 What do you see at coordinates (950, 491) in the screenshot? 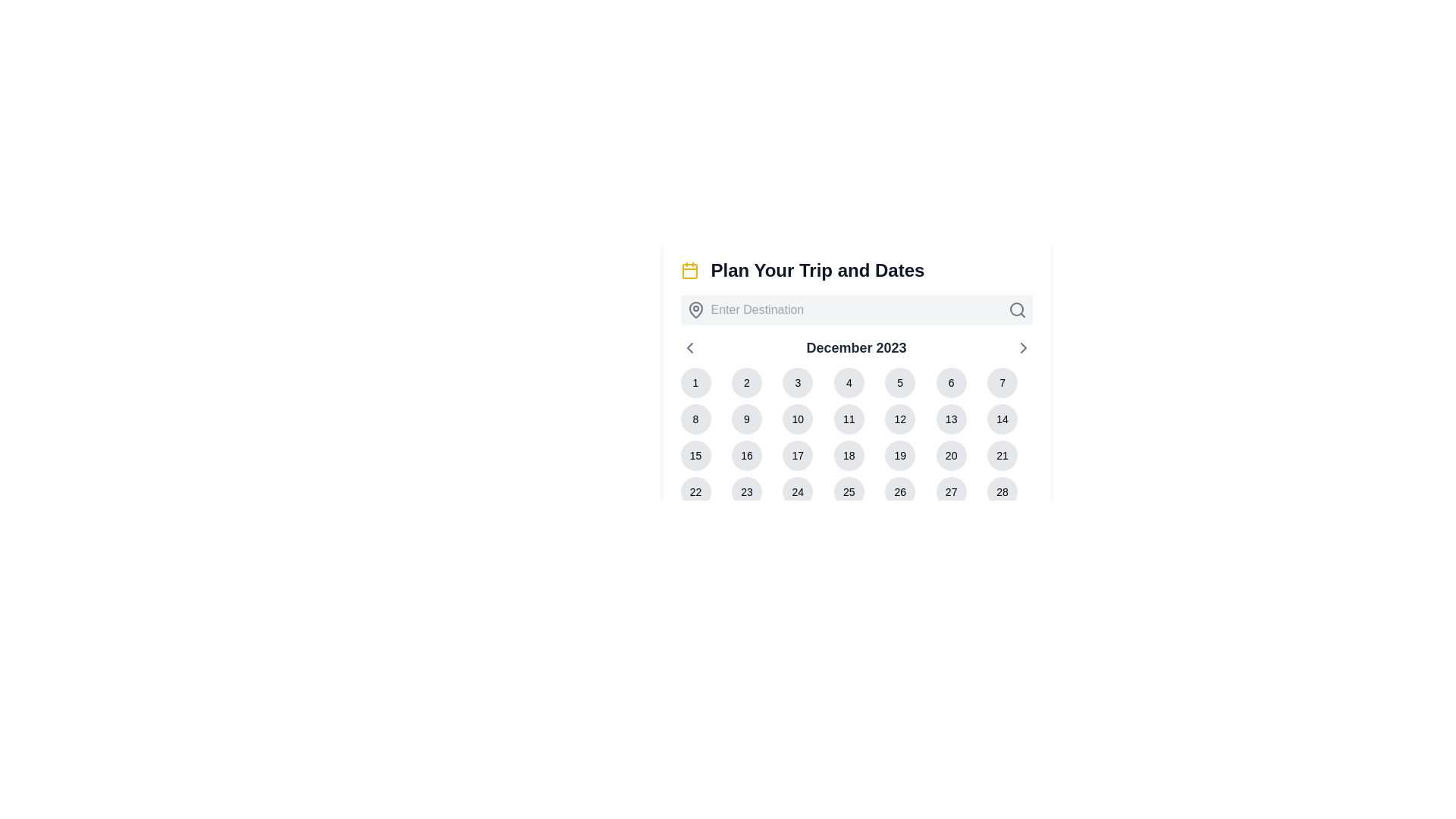
I see `the sixth button in the fourth row of the date selection grid in the December 2023 calendar` at bounding box center [950, 491].